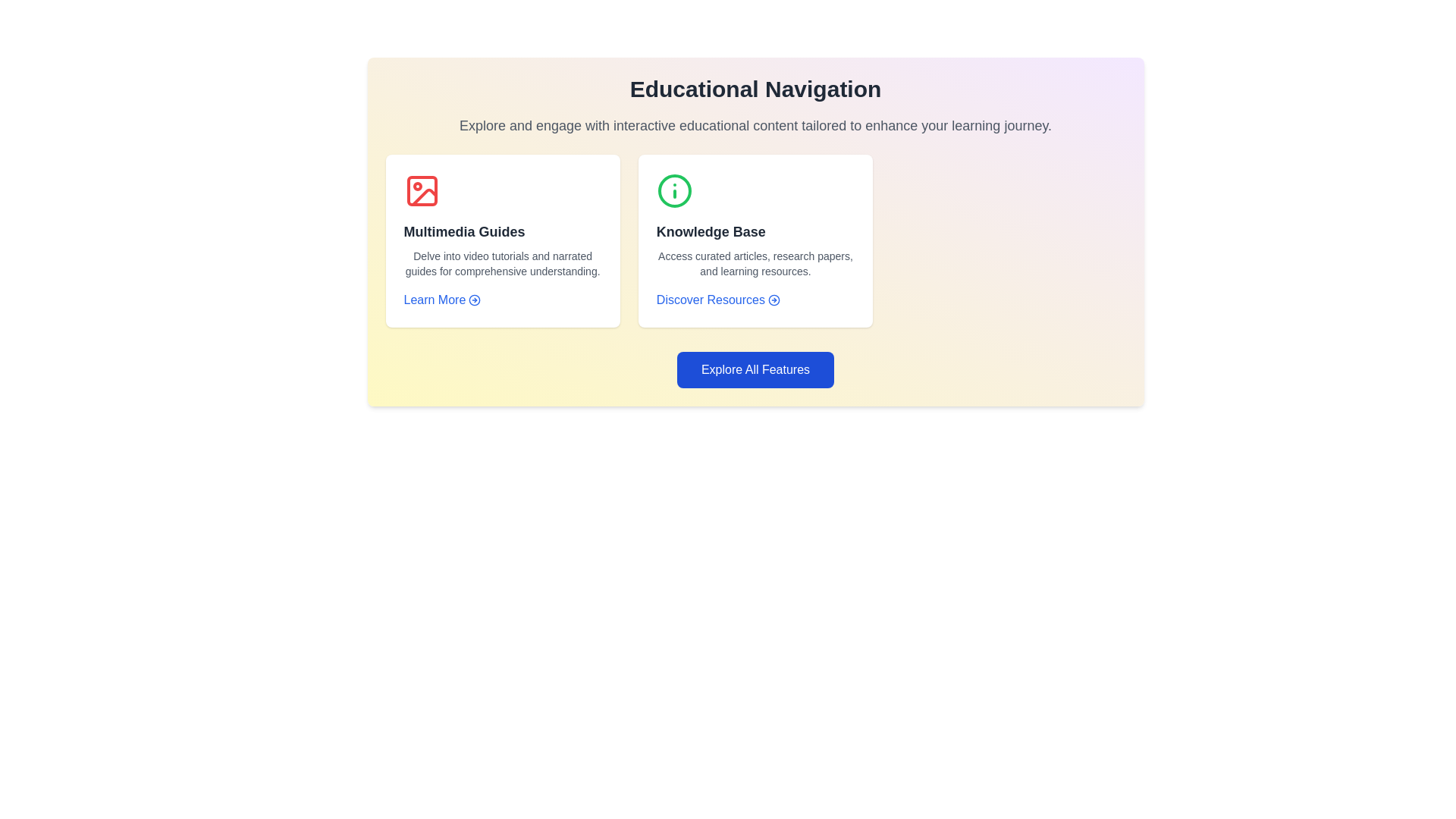 This screenshot has height=819, width=1456. What do you see at coordinates (474, 300) in the screenshot?
I see `the decorative SVG circle graphic element located in the center-right region of the card labeled 'Multimedia Guides', which is part of an icon next to the 'Learn More' link` at bounding box center [474, 300].